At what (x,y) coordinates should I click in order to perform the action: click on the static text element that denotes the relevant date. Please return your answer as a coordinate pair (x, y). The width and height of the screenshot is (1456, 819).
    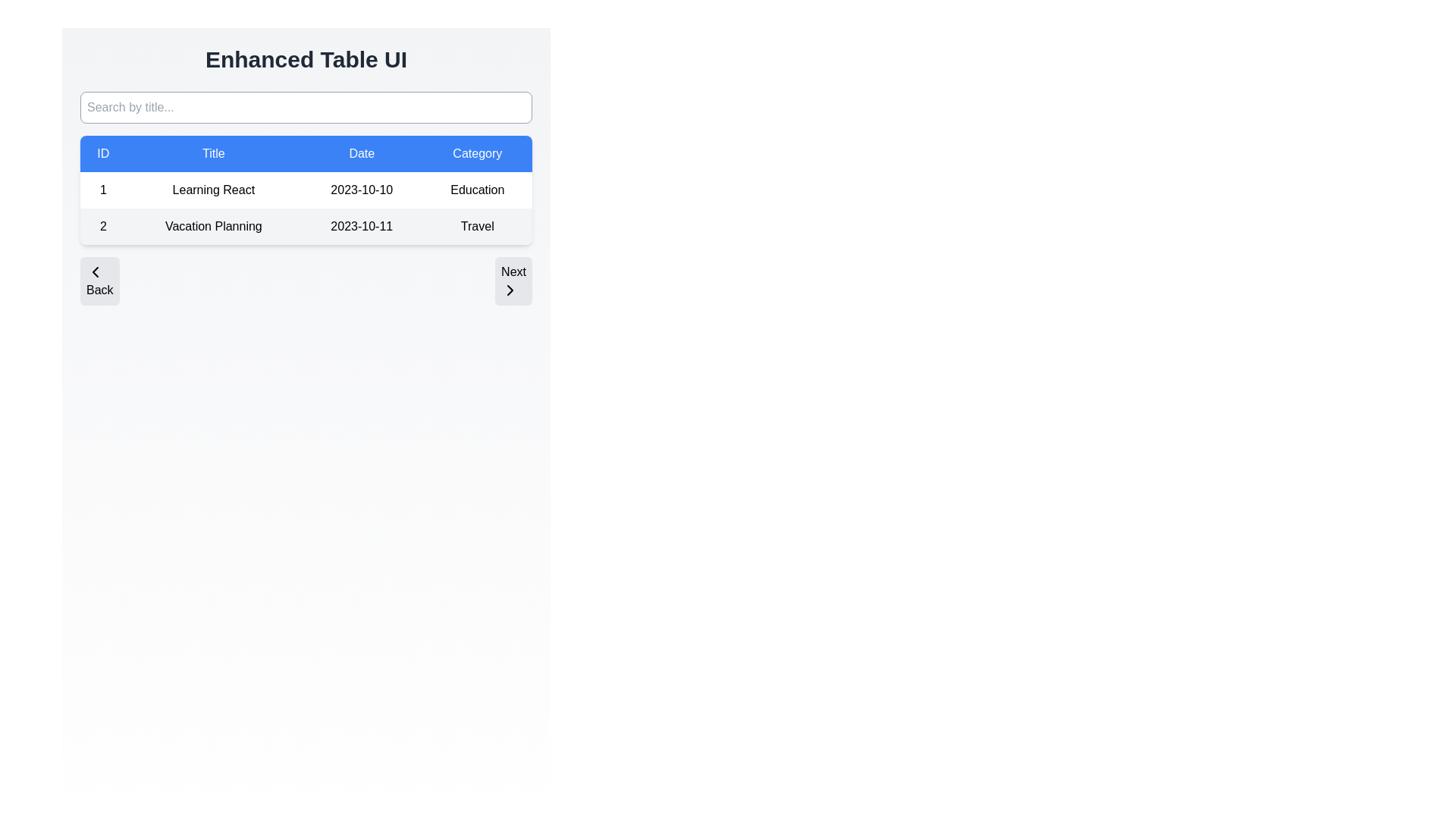
    Looking at the image, I should click on (361, 227).